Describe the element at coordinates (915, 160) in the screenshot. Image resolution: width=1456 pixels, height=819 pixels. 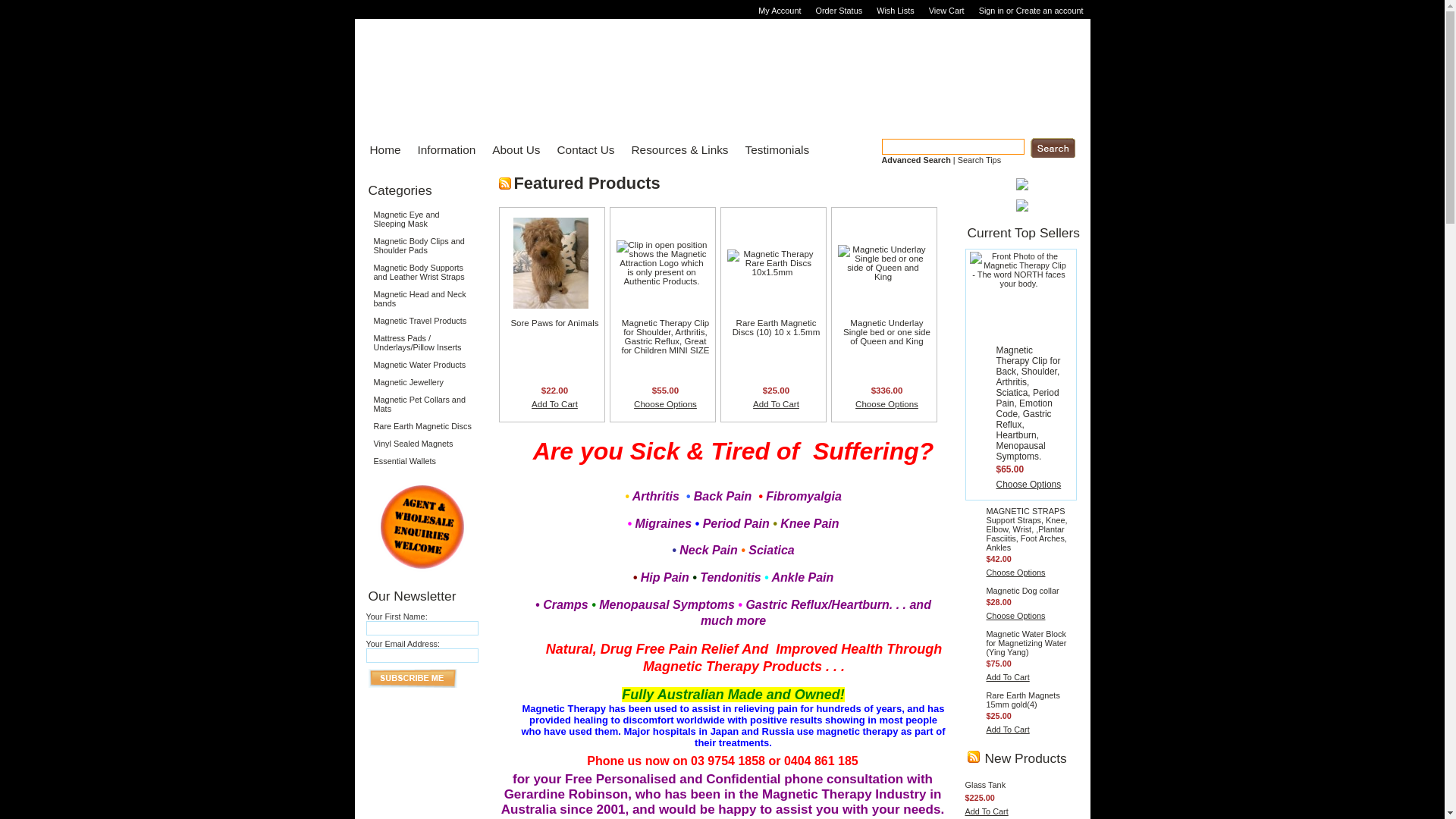
I see `'Advanced Search'` at that location.